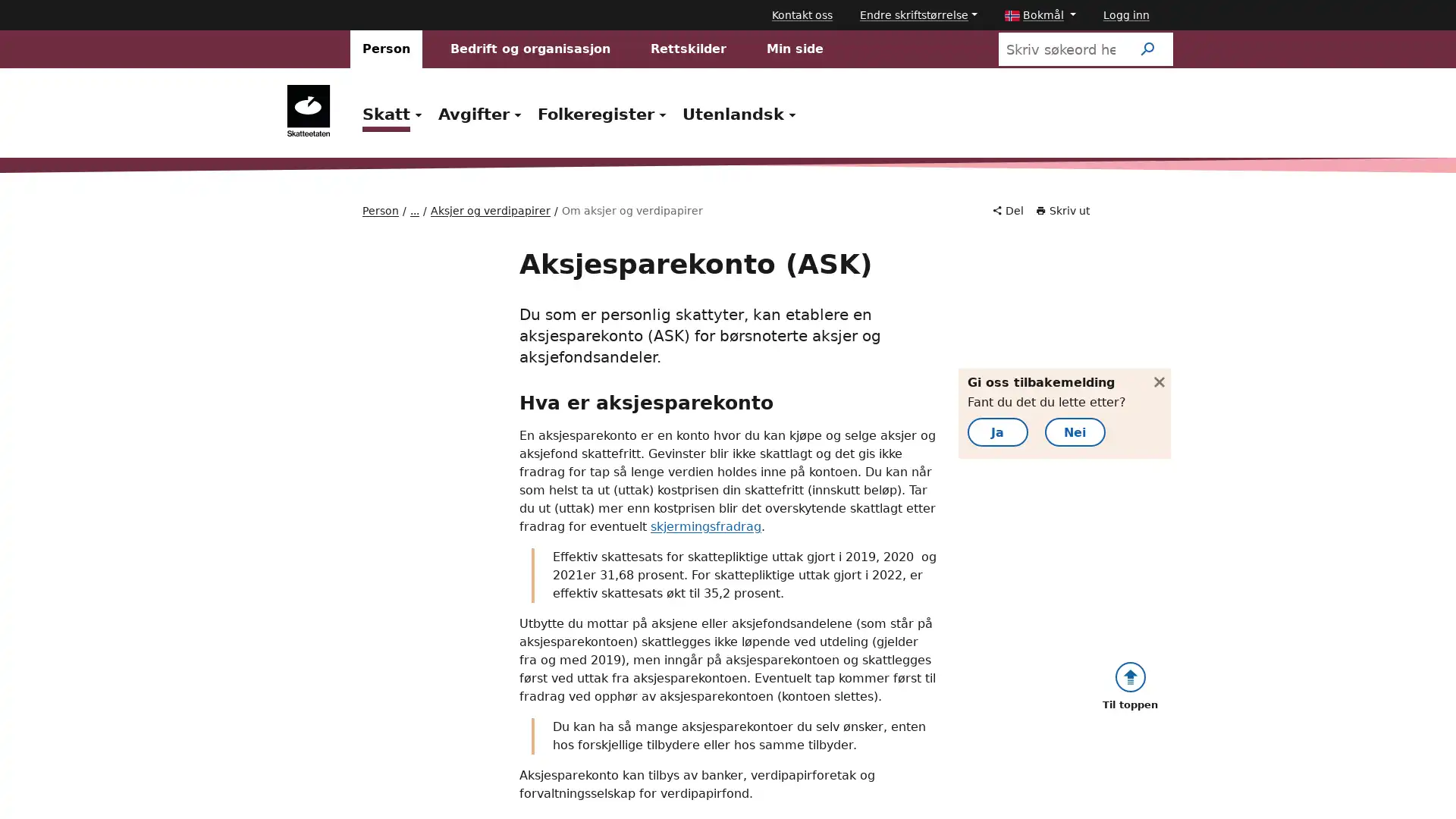  Describe the element at coordinates (530, 49) in the screenshot. I see `Bedrift og organisasjon` at that location.